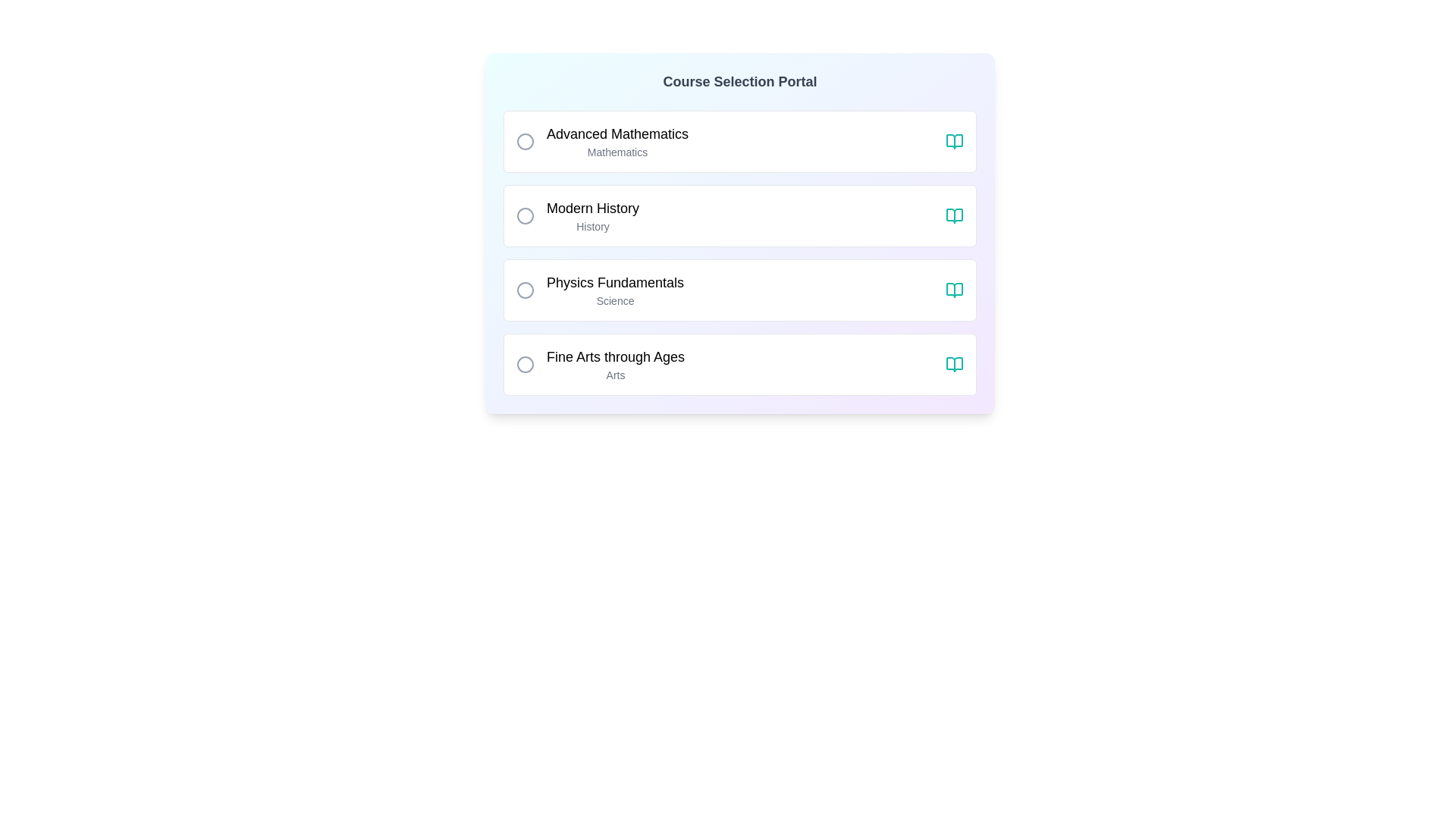 This screenshot has height=819, width=1456. I want to click on text label titled 'Modern History', which serves as the title for the course category positioned in the second option of a vertically aligned list of course categories, so click(592, 208).